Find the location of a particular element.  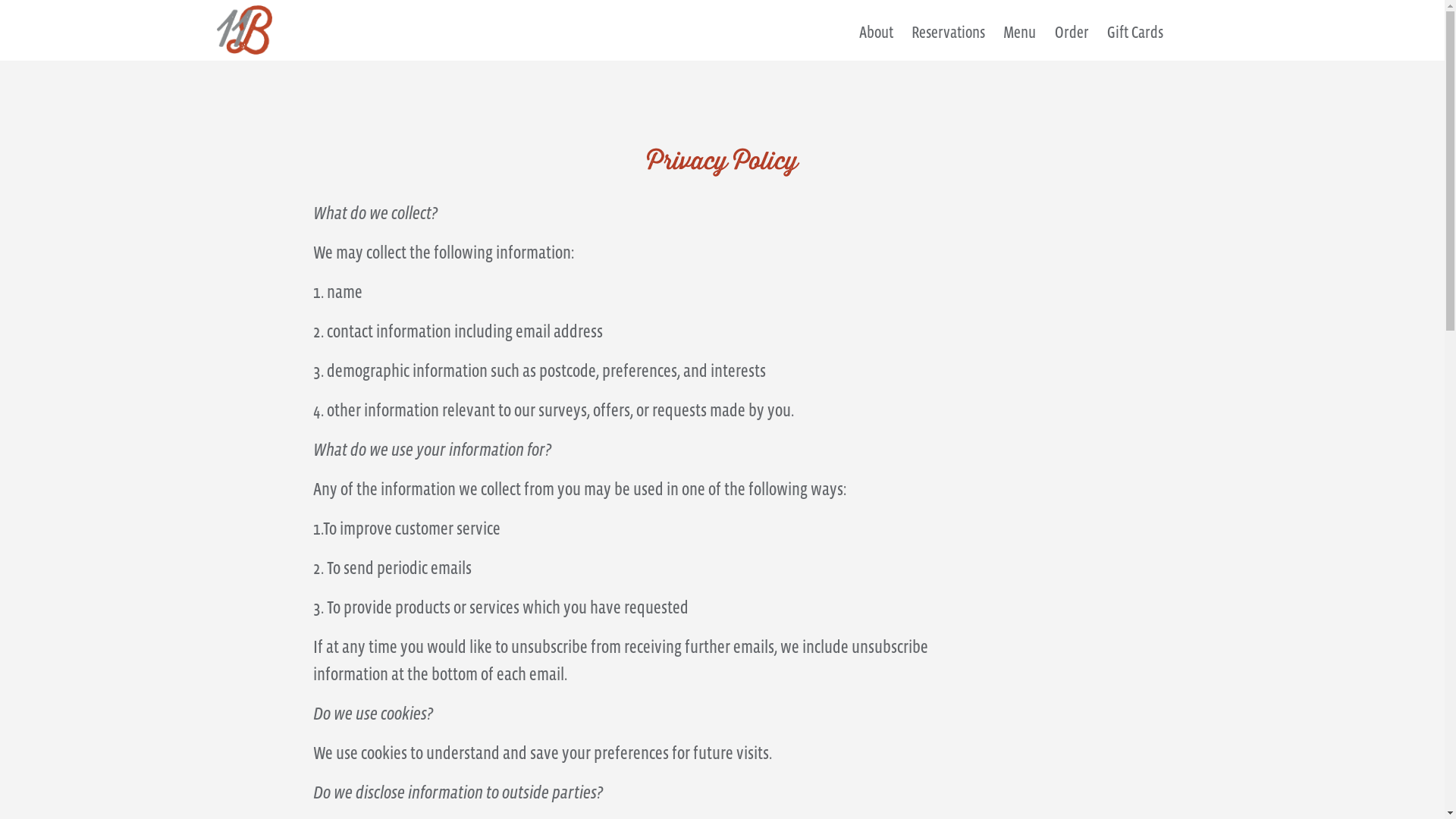

'Gift Cards' is located at coordinates (1106, 39).